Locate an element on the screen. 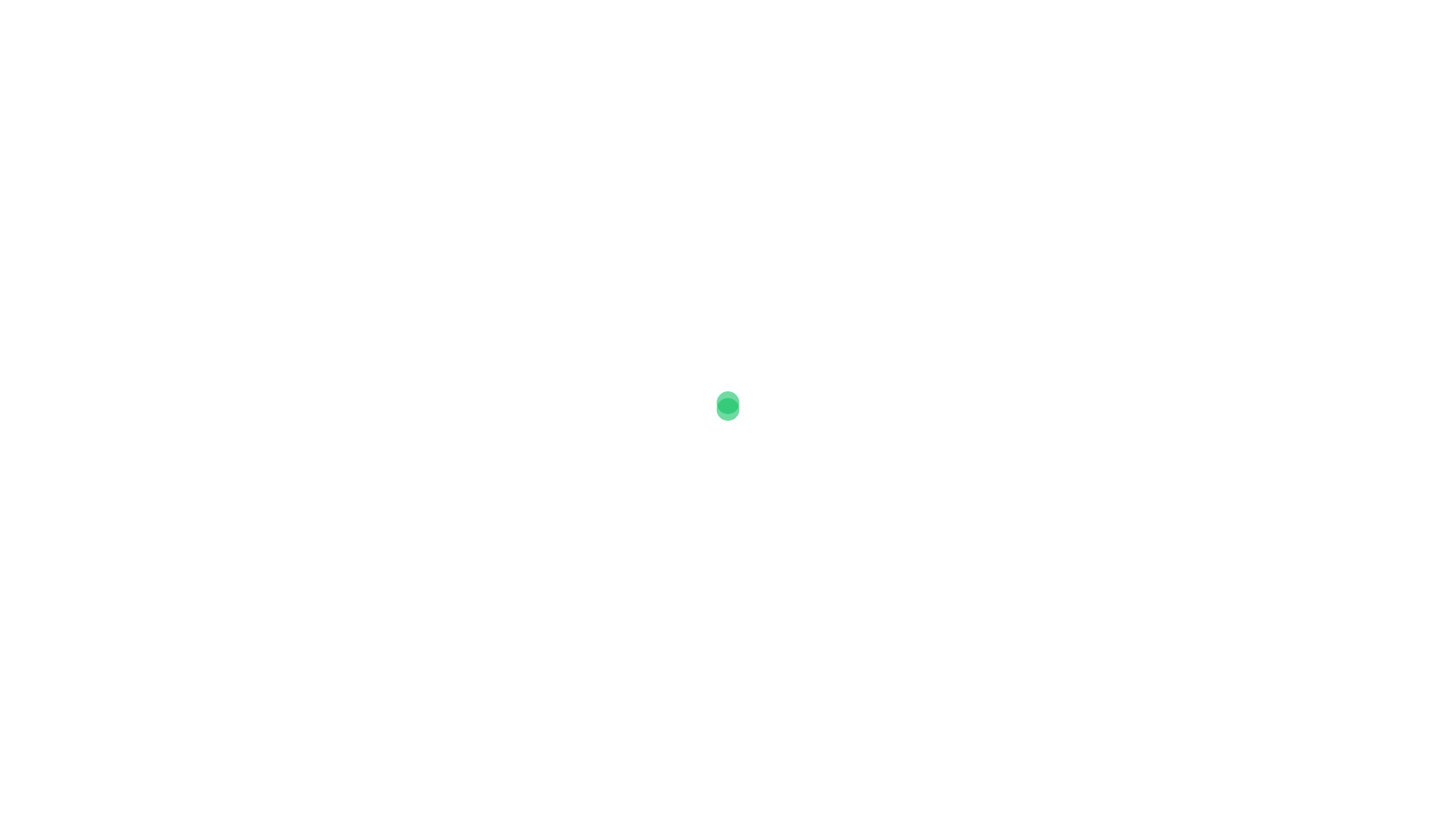 The height and width of the screenshot is (819, 1456). 'Daad voor ons Klimaat' is located at coordinates (390, 26).